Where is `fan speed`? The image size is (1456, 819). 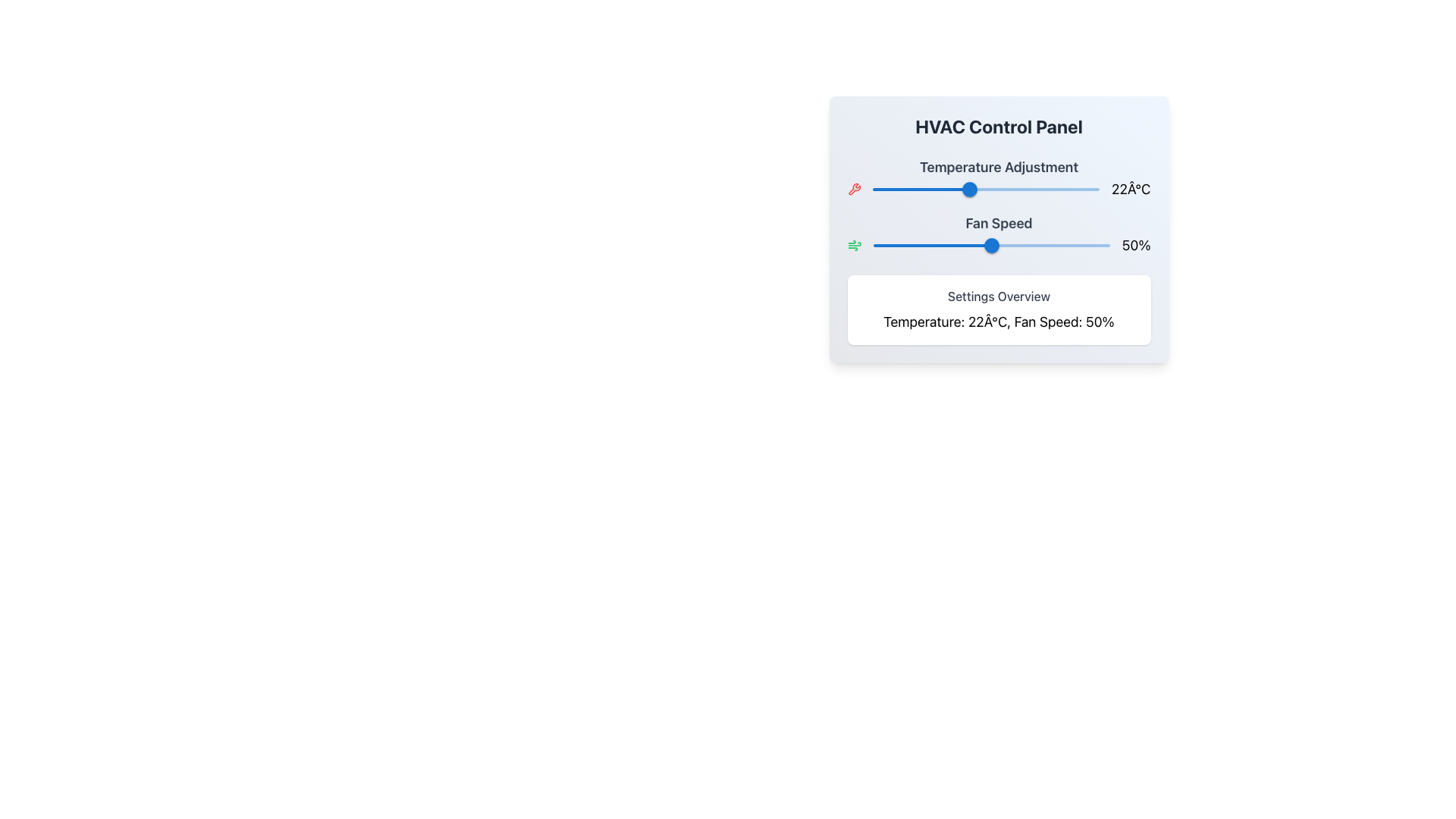 fan speed is located at coordinates (883, 245).